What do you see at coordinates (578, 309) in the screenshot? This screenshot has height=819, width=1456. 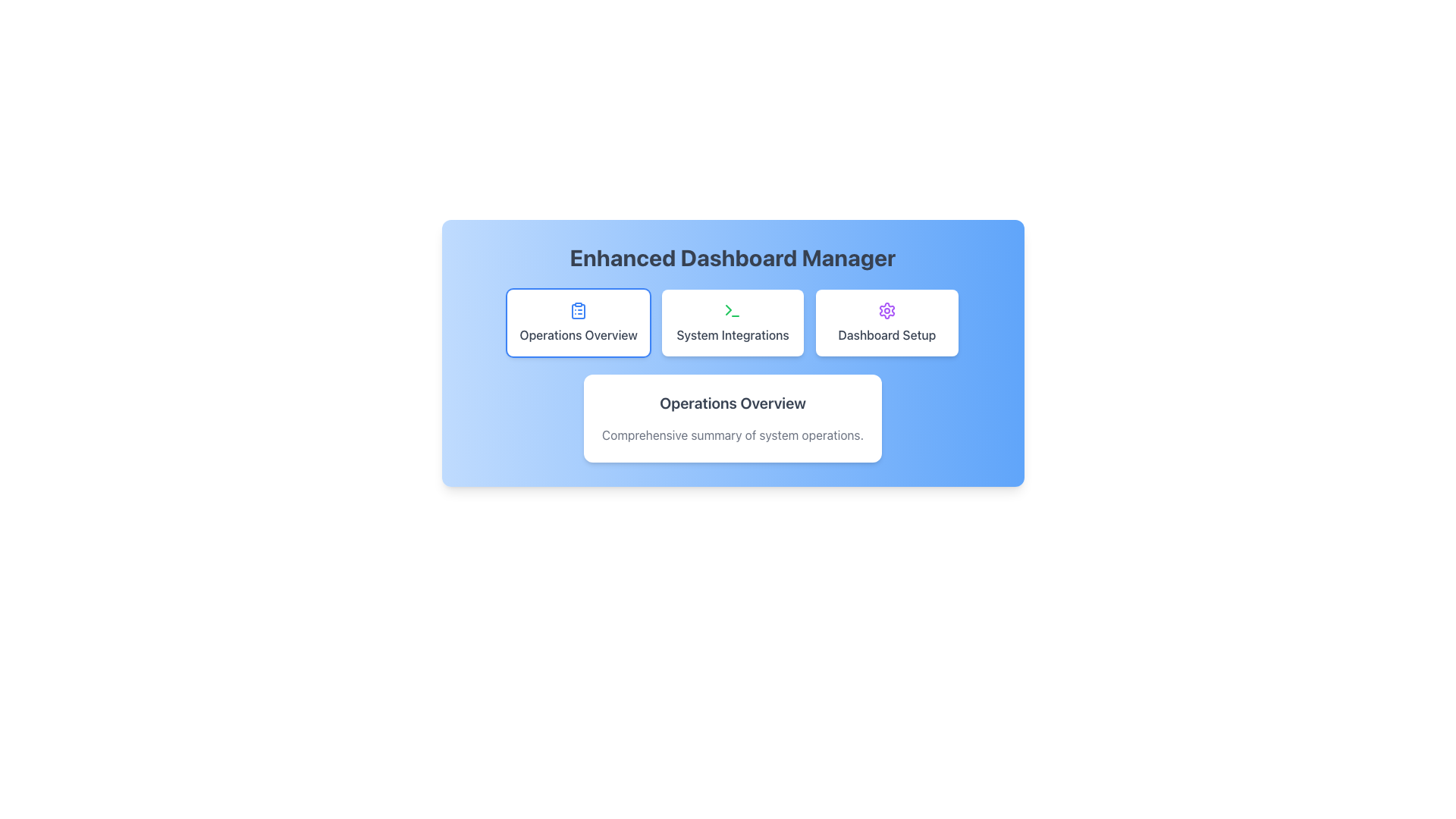 I see `the blue clipboard list icon located at the top center of the 'Operations Overview' card` at bounding box center [578, 309].